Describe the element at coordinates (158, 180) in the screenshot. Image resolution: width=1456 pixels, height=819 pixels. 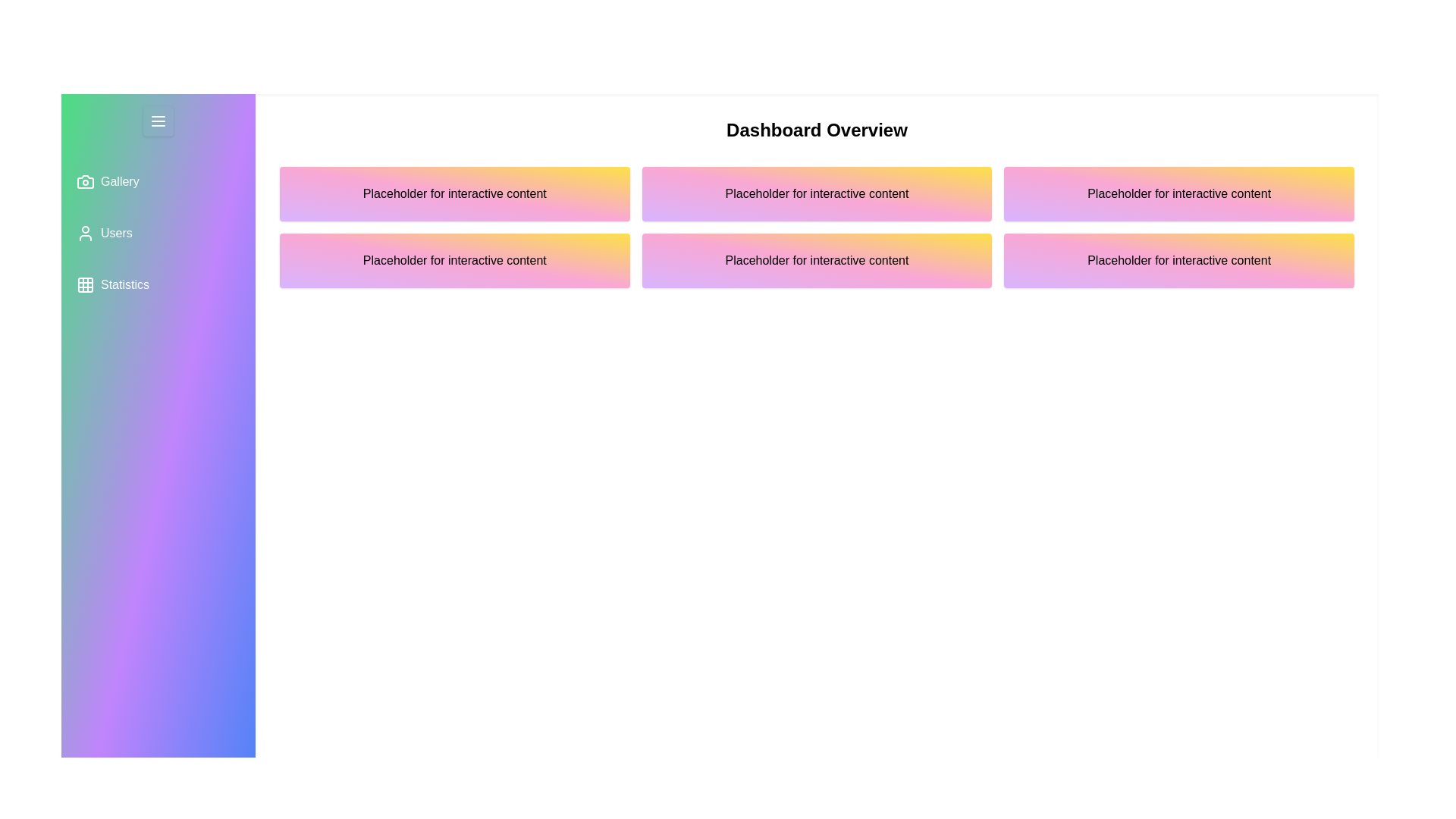
I see `the menu item labeled Gallery to navigate to the corresponding section` at that location.